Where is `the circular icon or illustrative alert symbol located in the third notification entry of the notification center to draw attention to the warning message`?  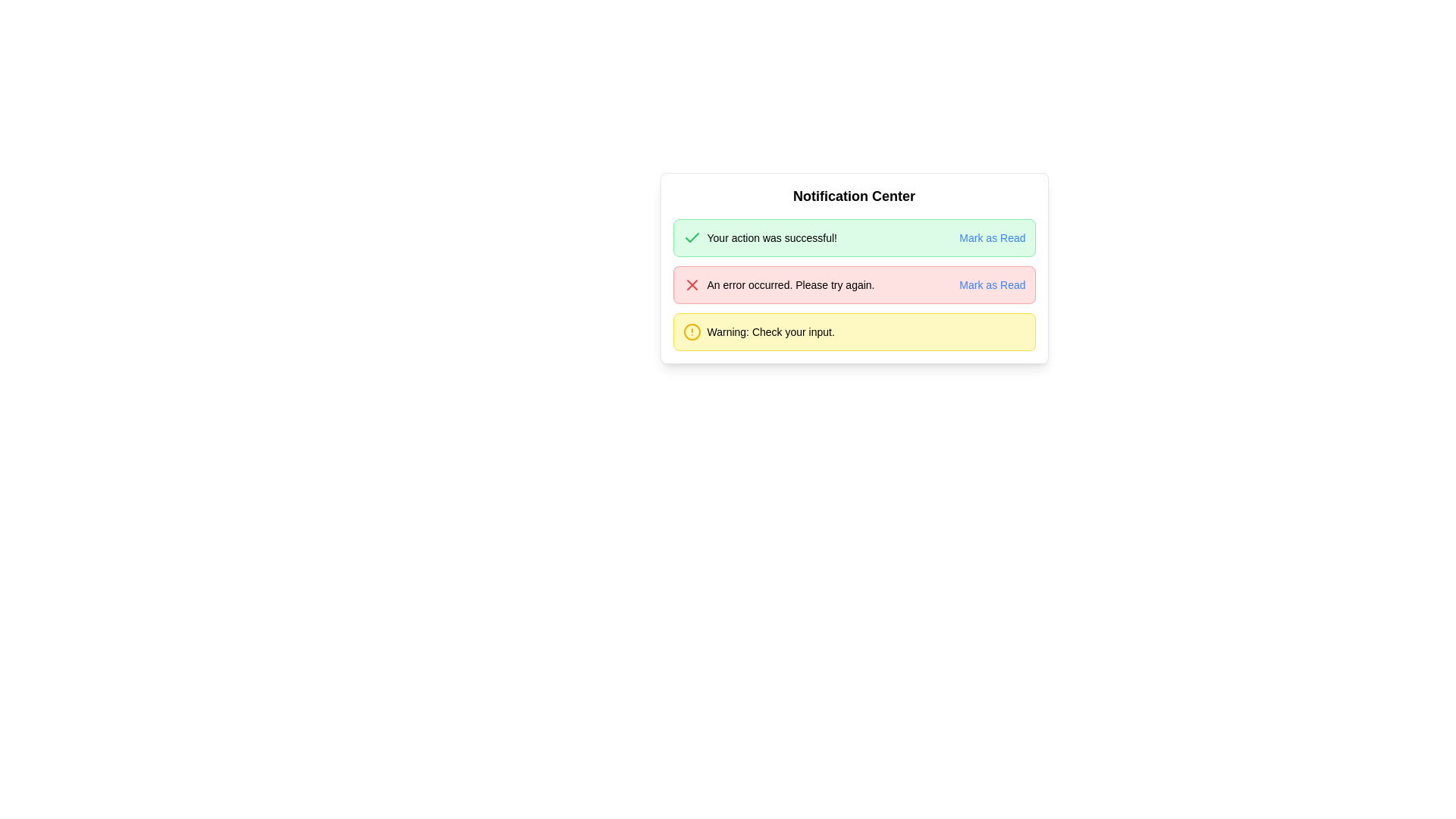
the circular icon or illustrative alert symbol located in the third notification entry of the notification center to draw attention to the warning message is located at coordinates (691, 331).